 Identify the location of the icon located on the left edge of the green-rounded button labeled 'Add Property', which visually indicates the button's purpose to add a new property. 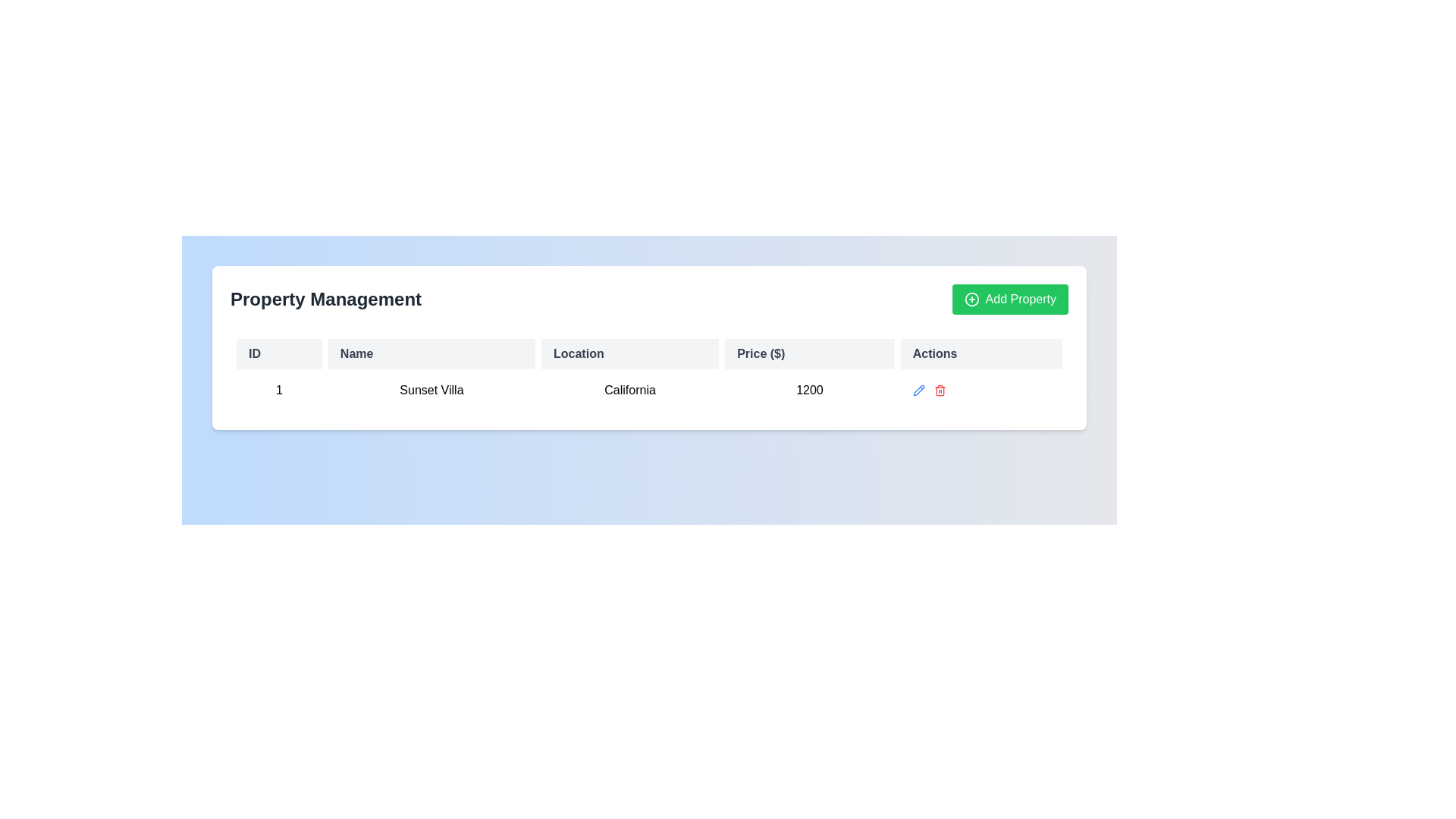
(971, 299).